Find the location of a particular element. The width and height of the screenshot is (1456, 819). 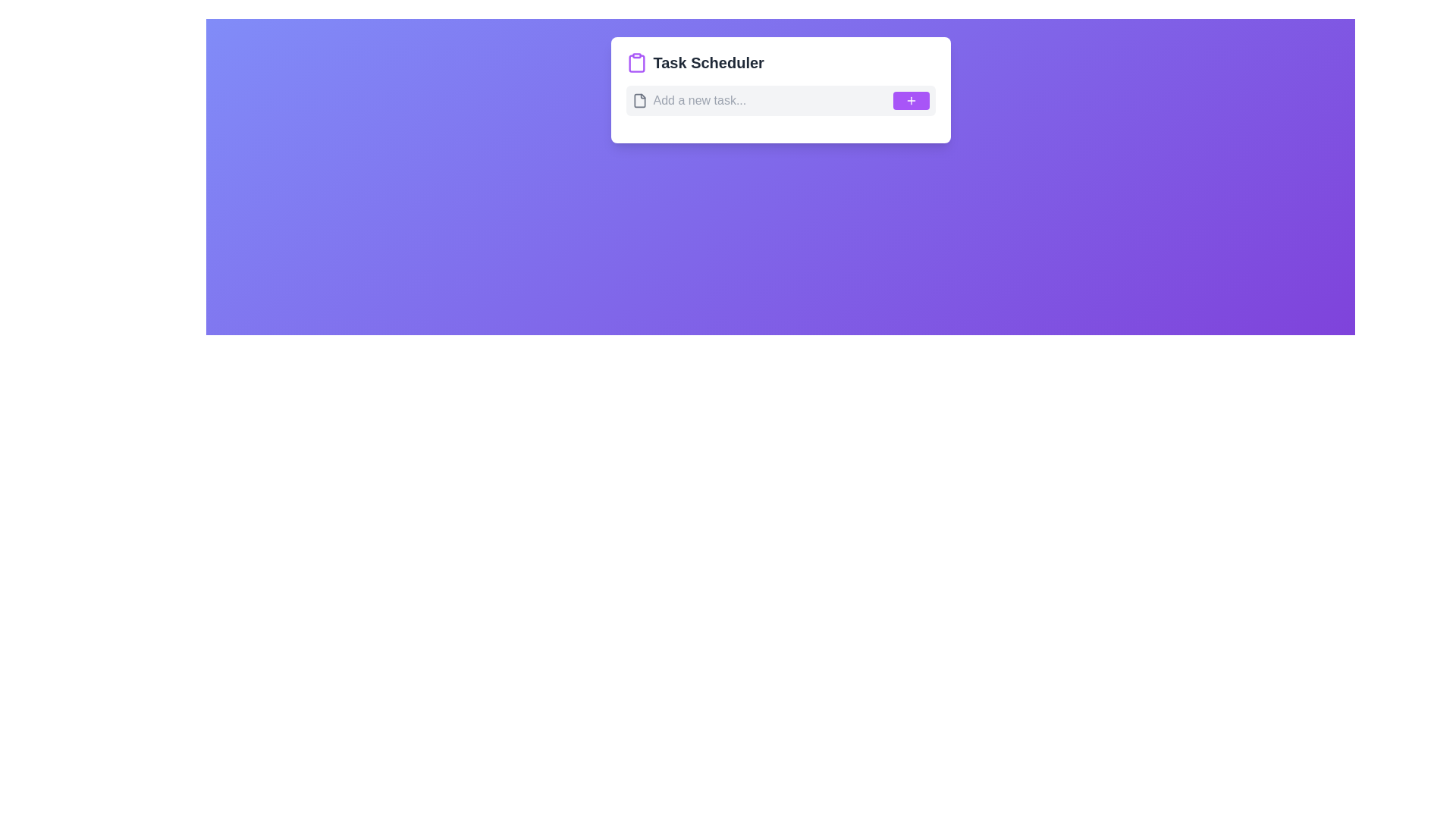

the appearance of the file or document icon located to the left of the 'Add a new task...' text field is located at coordinates (639, 100).